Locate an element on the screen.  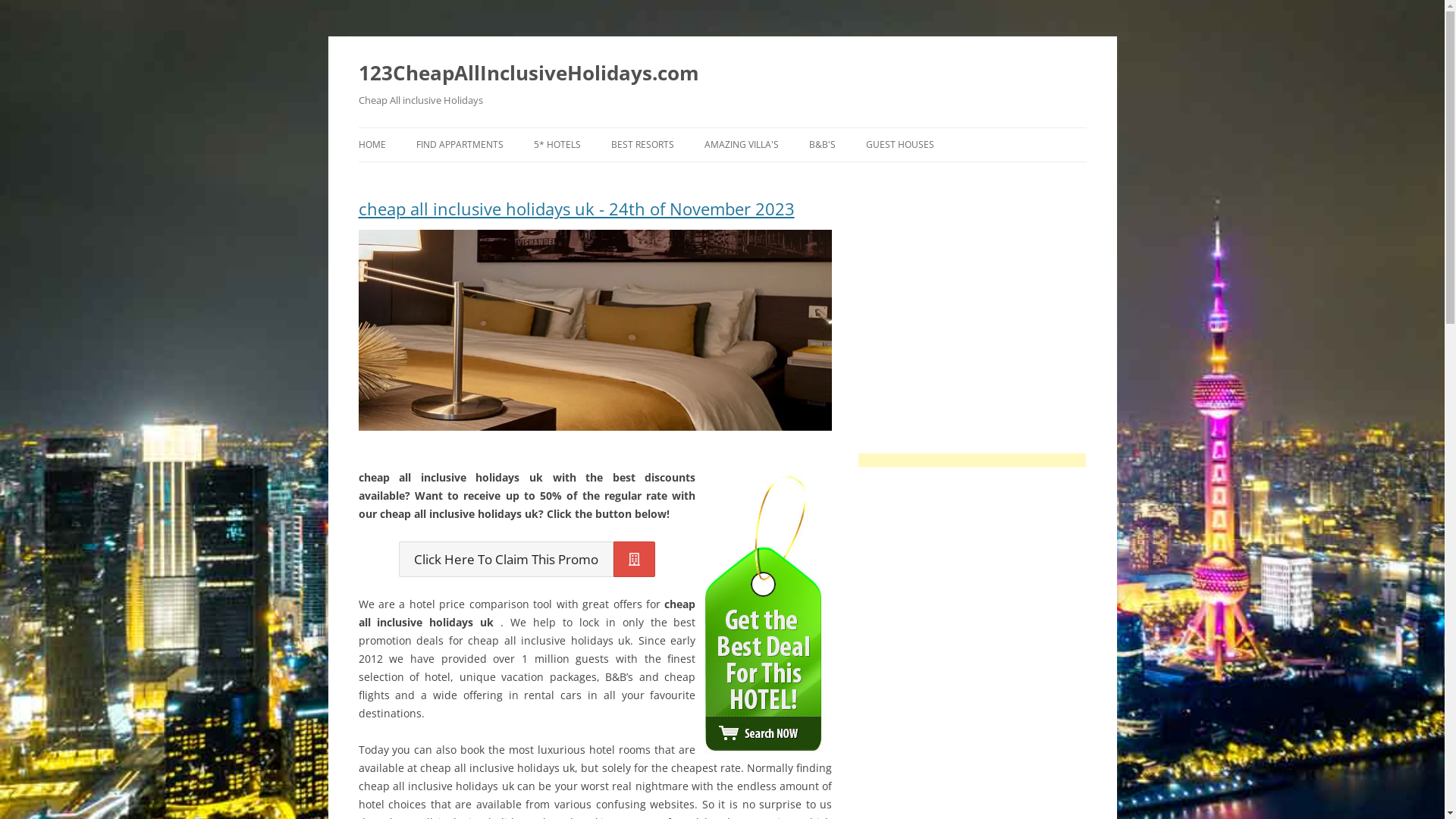
'FIND APPARTMENTS' is located at coordinates (458, 145).